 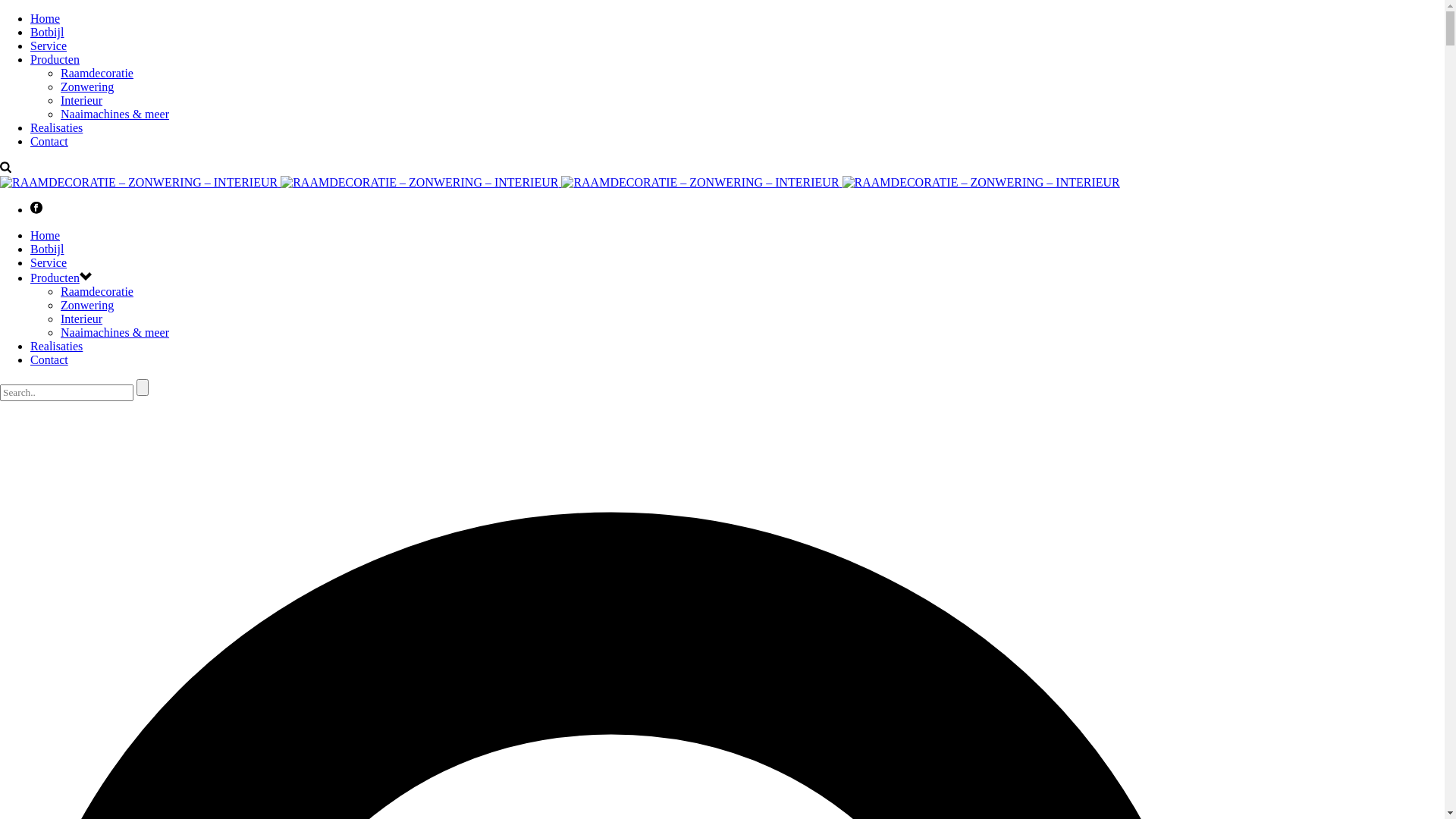 I want to click on 'Interieur', so click(x=80, y=100).